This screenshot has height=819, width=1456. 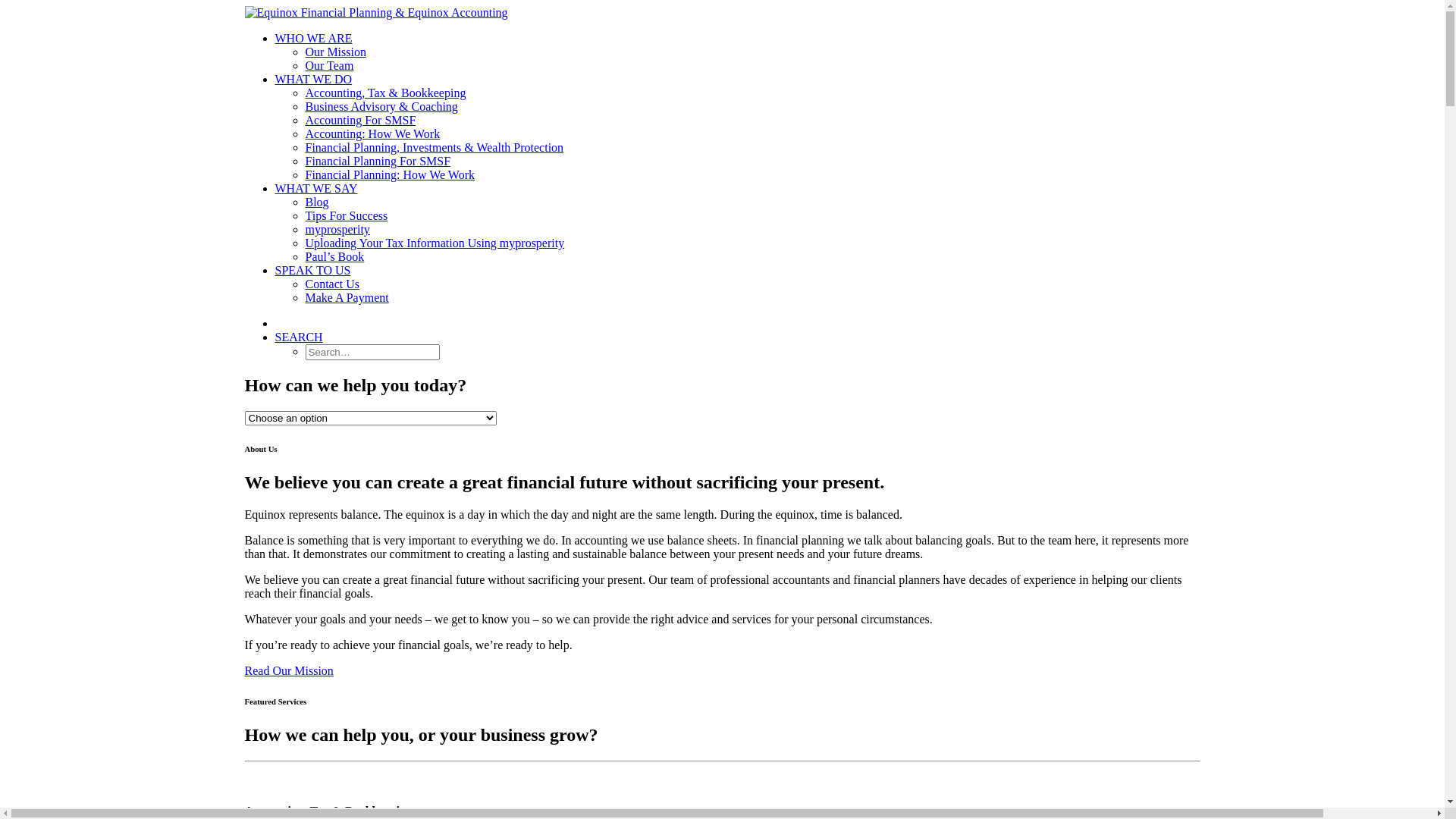 What do you see at coordinates (312, 37) in the screenshot?
I see `'WHO WE ARE'` at bounding box center [312, 37].